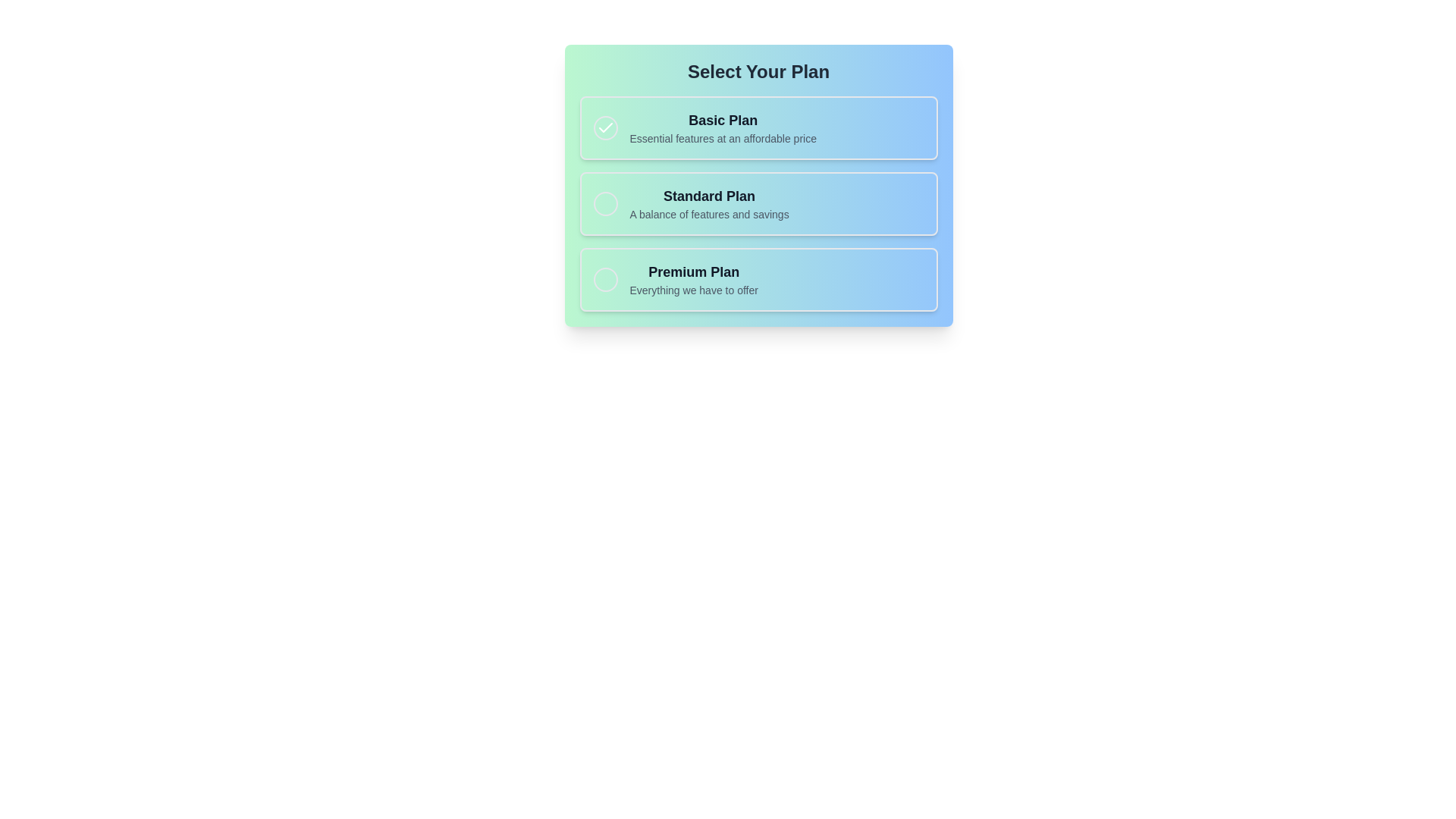 This screenshot has height=819, width=1456. I want to click on the header text located at the top section of the gradient card, which serves as a title for the subsequent plan options, so click(758, 72).